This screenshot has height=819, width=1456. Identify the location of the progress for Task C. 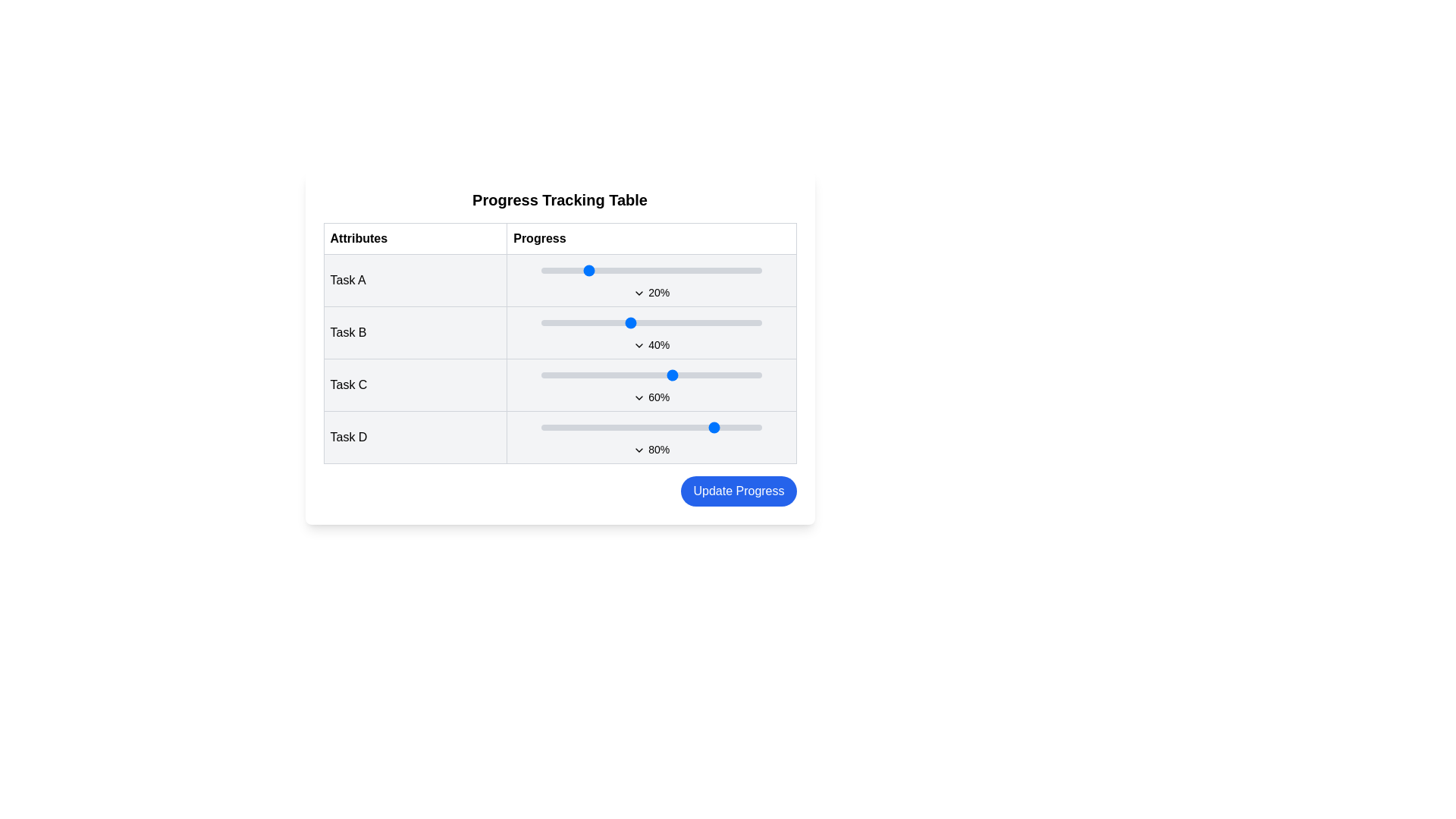
(545, 375).